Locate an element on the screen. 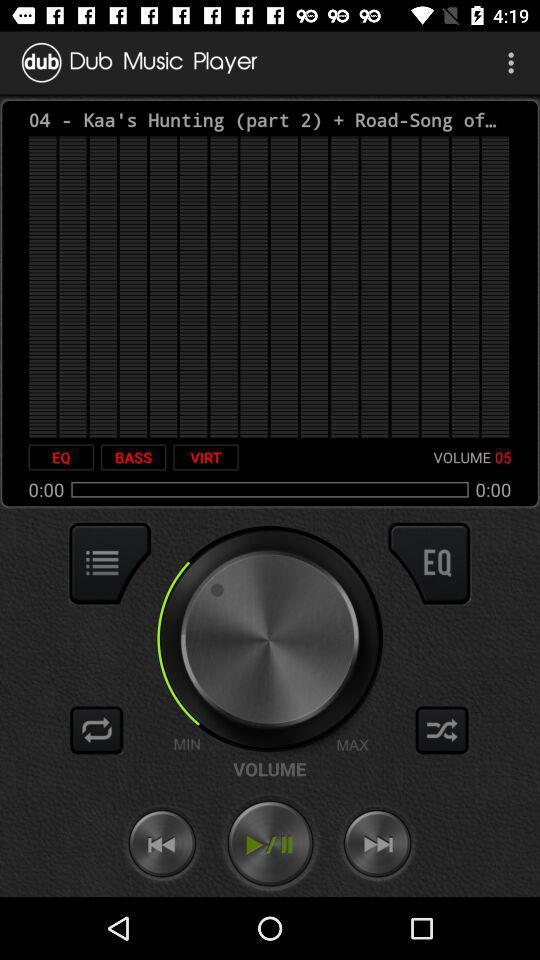  icon to the left of the volume icon is located at coordinates (205, 457).